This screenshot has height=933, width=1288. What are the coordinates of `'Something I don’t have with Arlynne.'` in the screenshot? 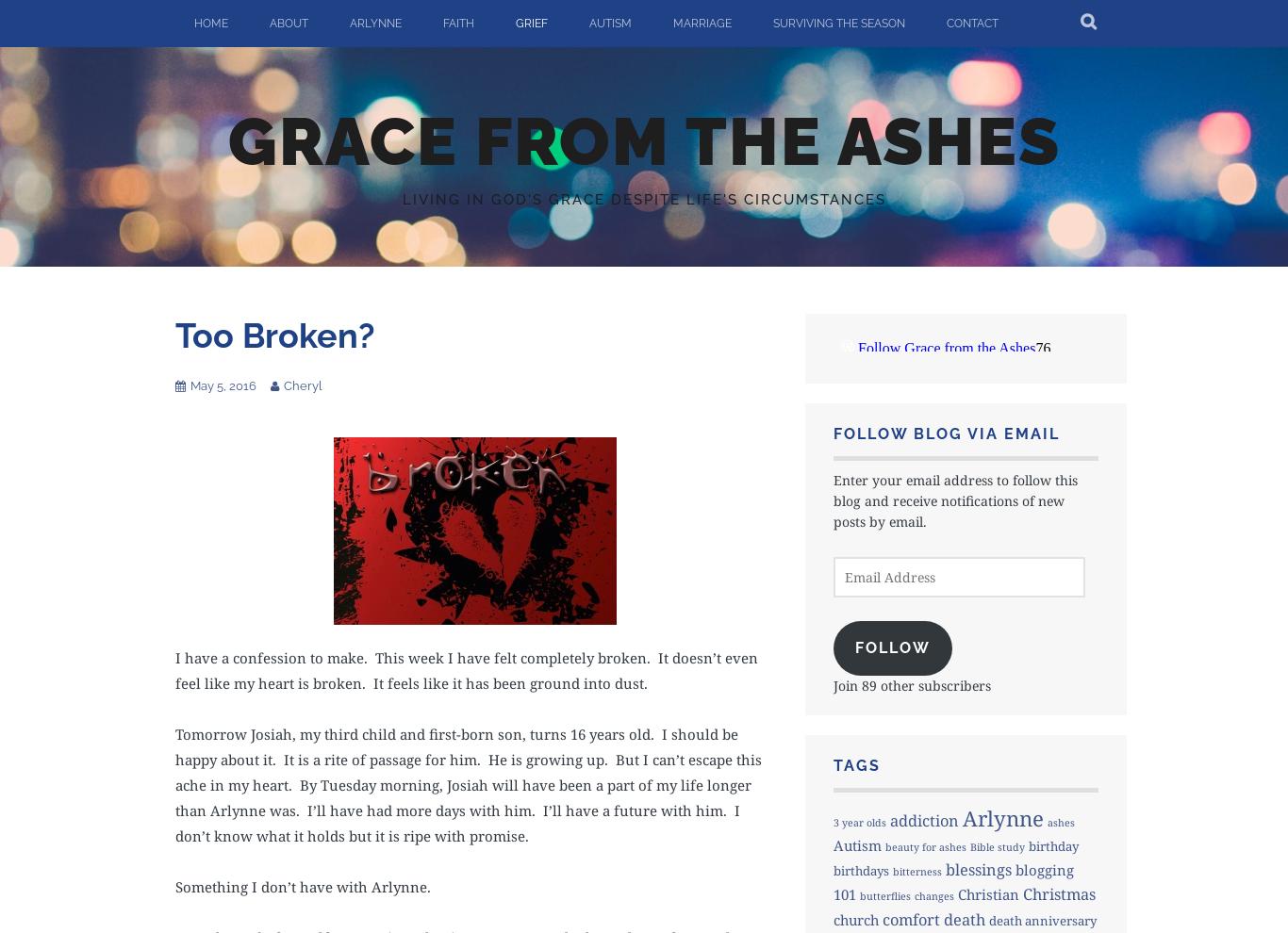 It's located at (303, 885).